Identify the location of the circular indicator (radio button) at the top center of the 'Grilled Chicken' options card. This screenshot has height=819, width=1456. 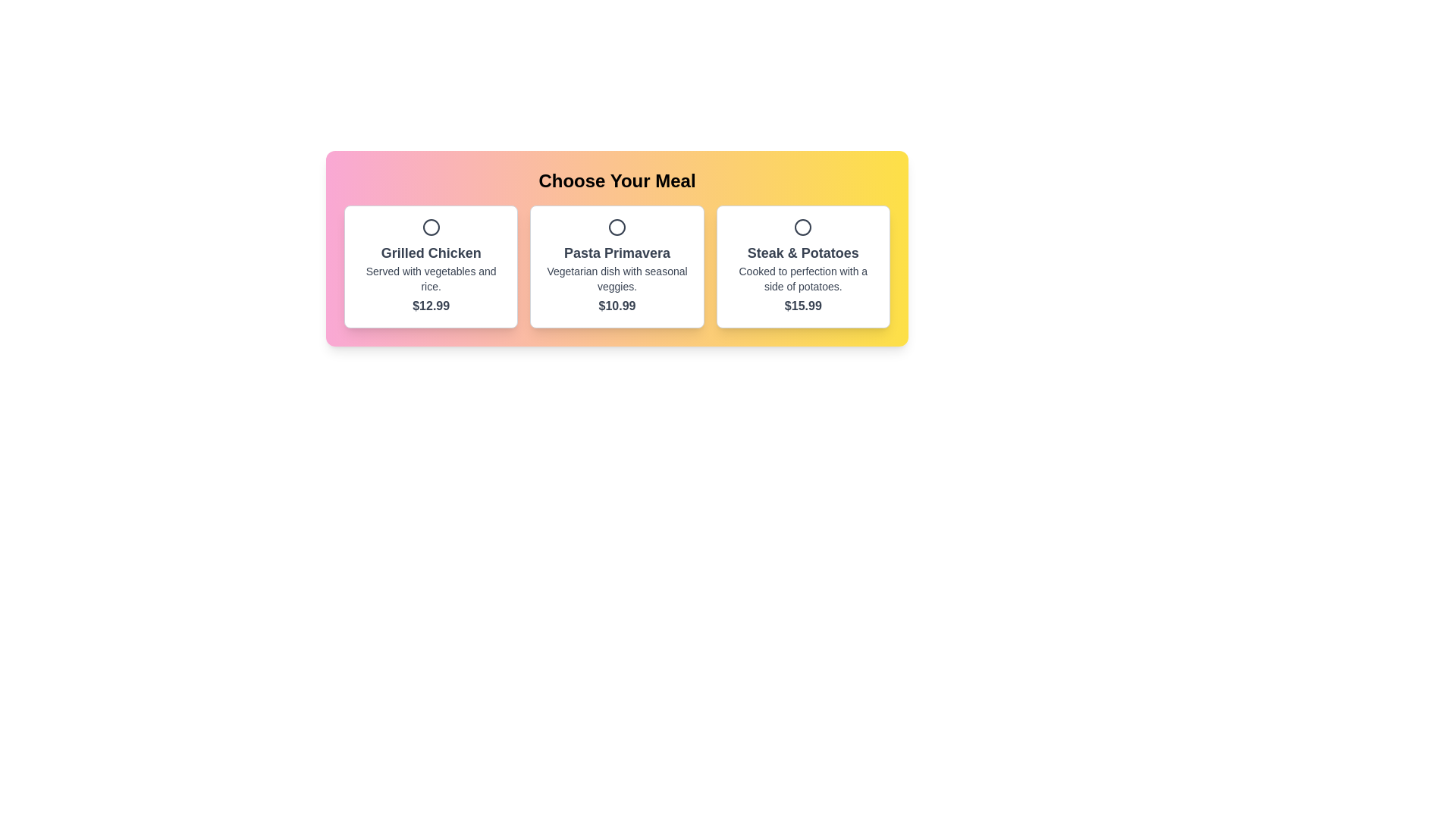
(430, 227).